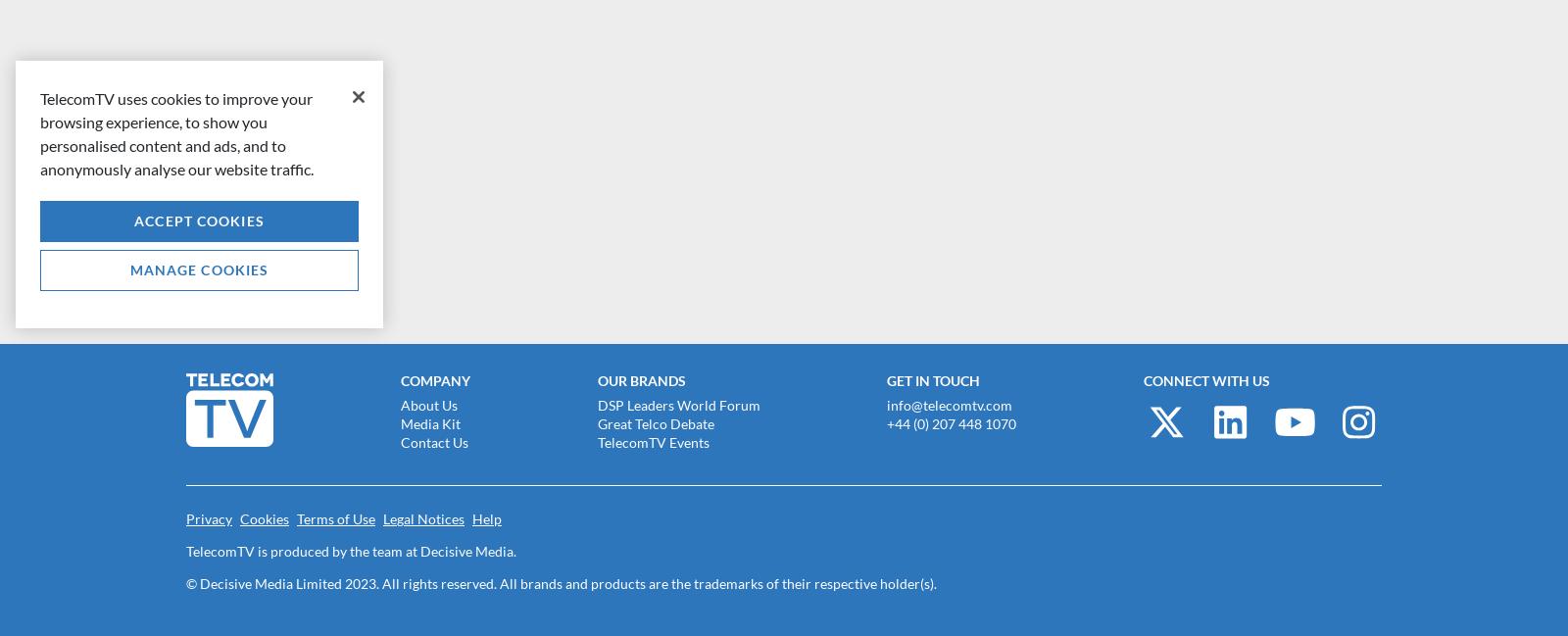 The height and width of the screenshot is (636, 1568). Describe the element at coordinates (209, 517) in the screenshot. I see `'Privacy'` at that location.